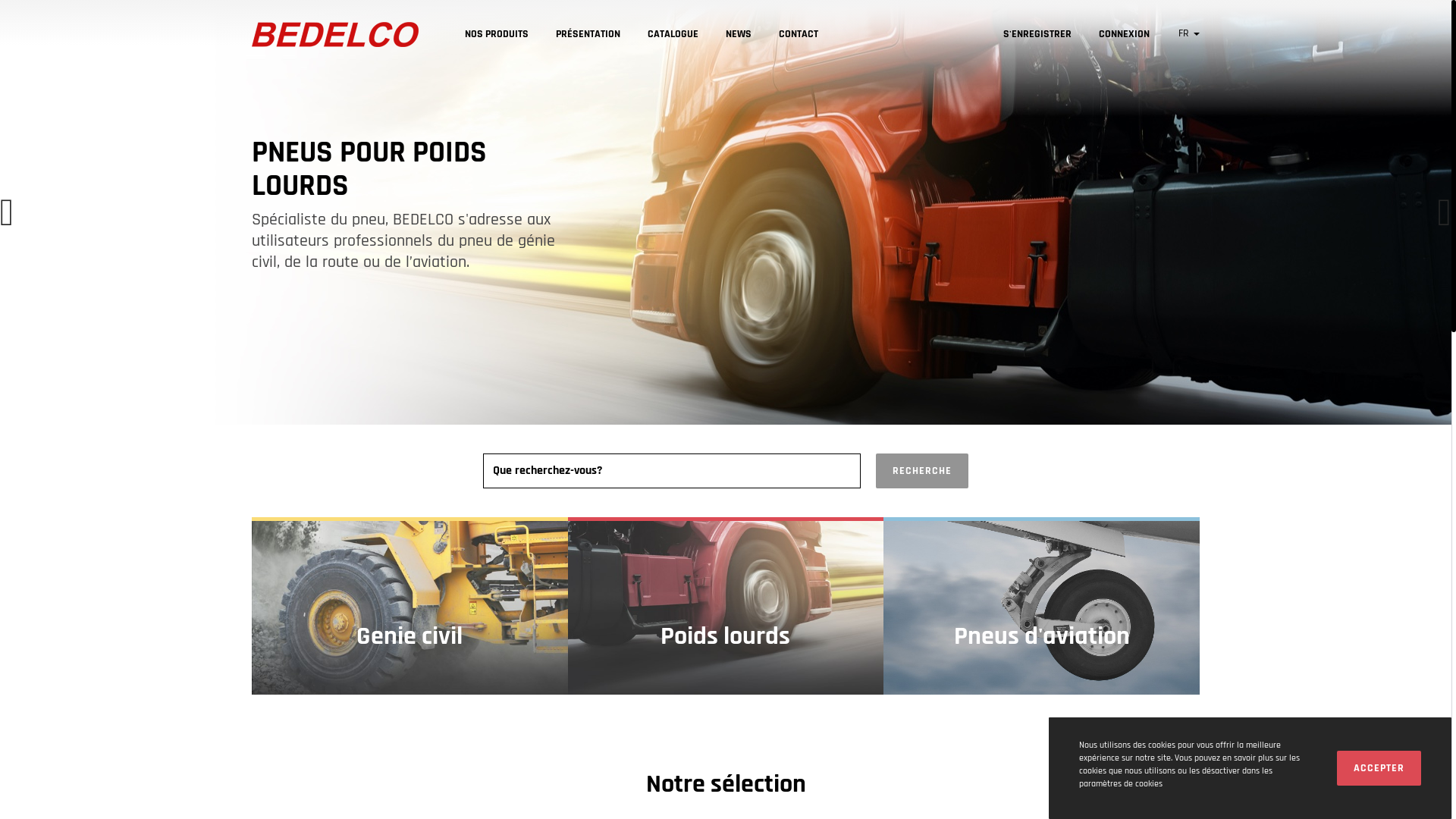  Describe the element at coordinates (797, 34) in the screenshot. I see `'CONTACT'` at that location.